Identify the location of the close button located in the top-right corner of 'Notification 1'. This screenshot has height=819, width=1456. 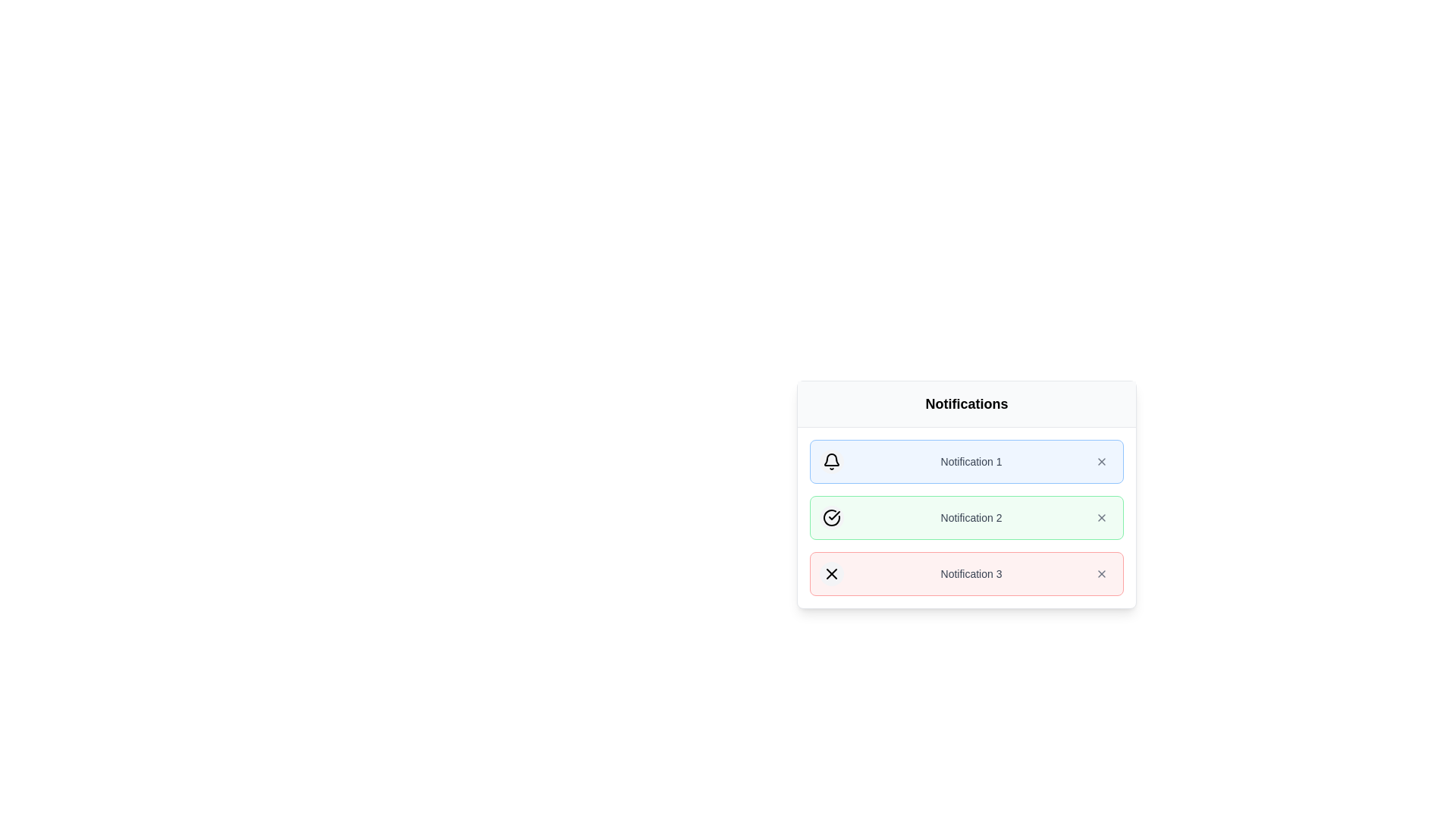
(1102, 461).